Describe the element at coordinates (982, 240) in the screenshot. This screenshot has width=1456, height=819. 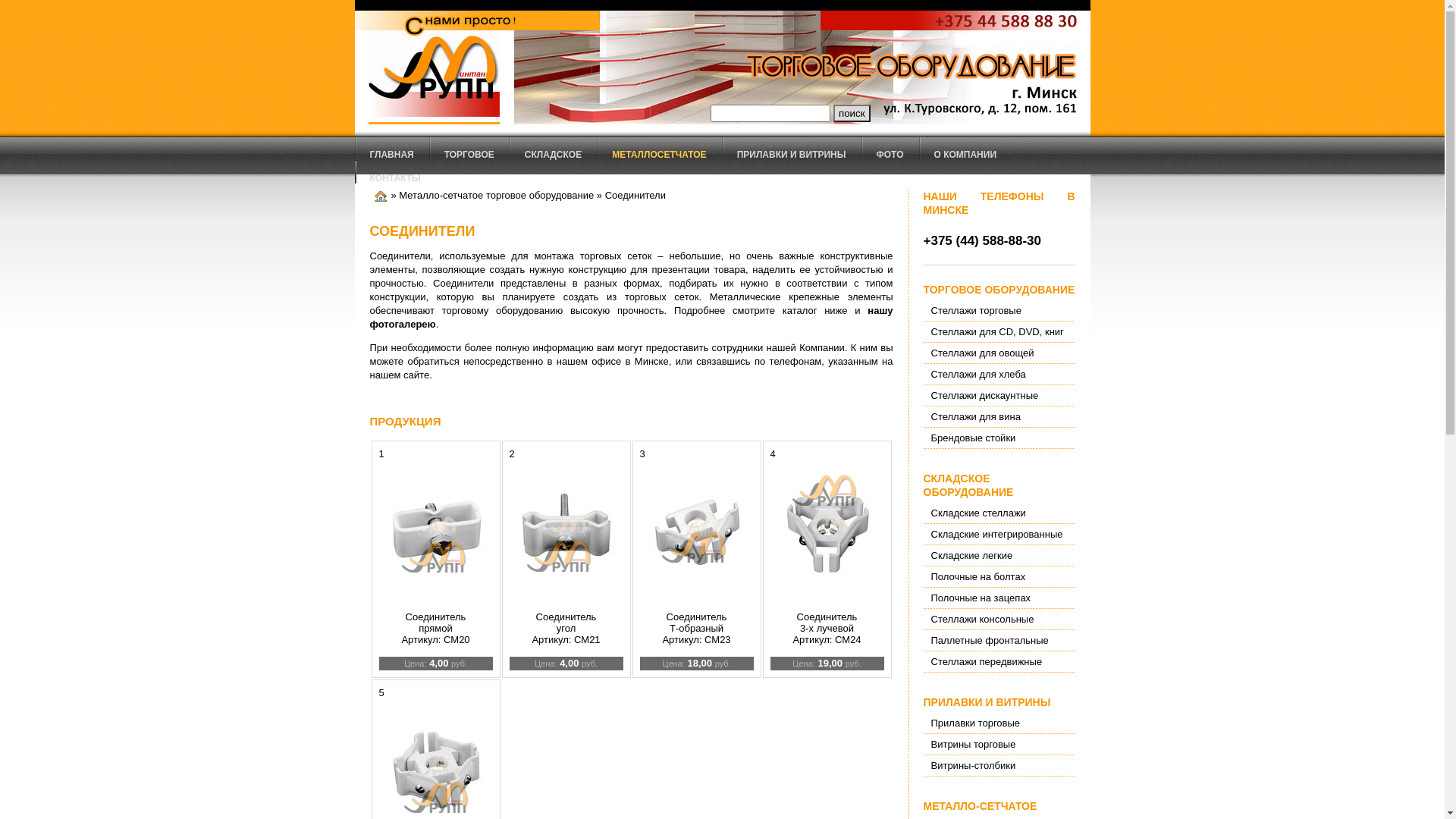
I see `'+375 (44) 588-88-30'` at that location.